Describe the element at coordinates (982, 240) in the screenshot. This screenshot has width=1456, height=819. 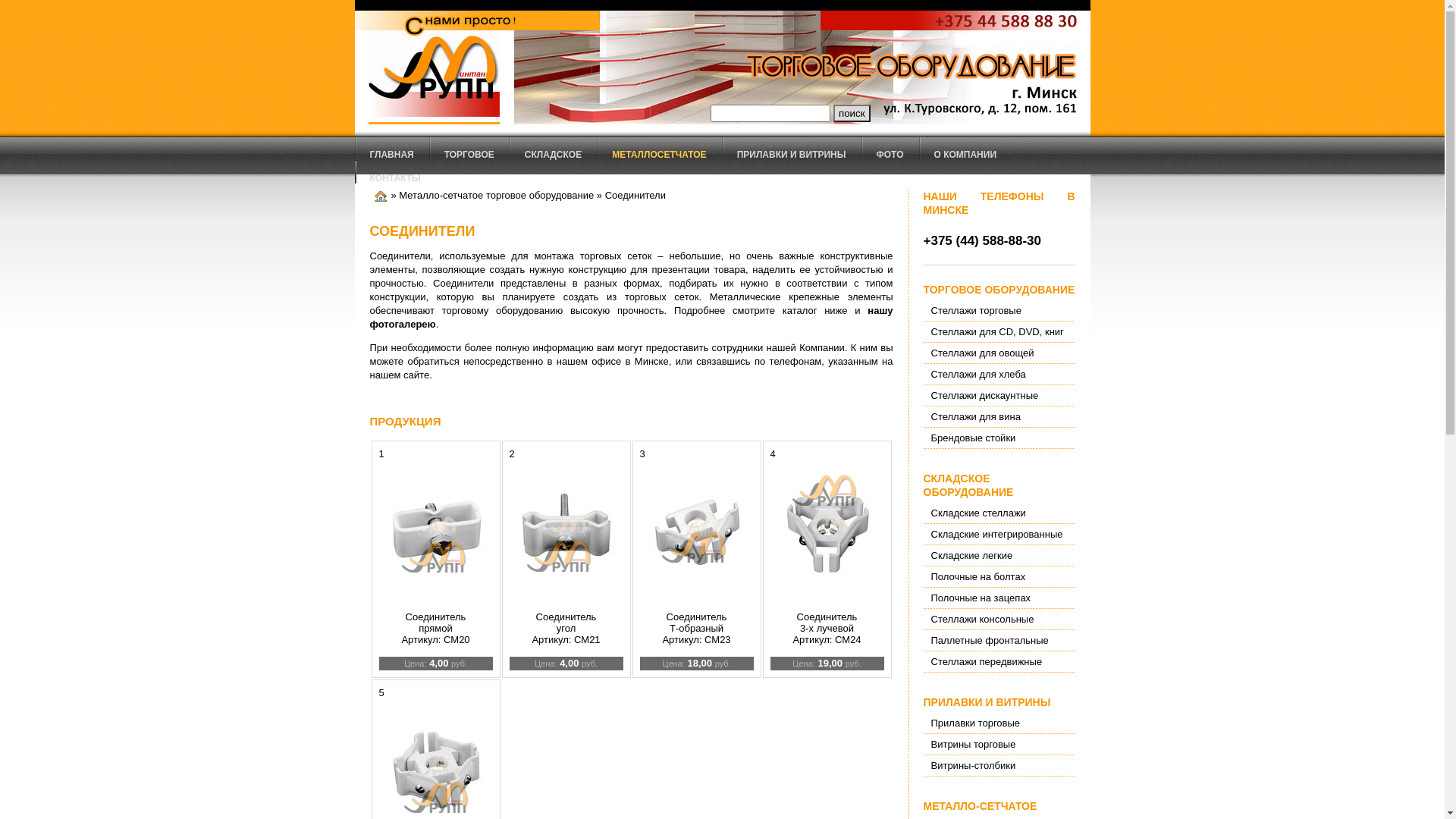
I see `'+375 (44) 588-88-30'` at that location.